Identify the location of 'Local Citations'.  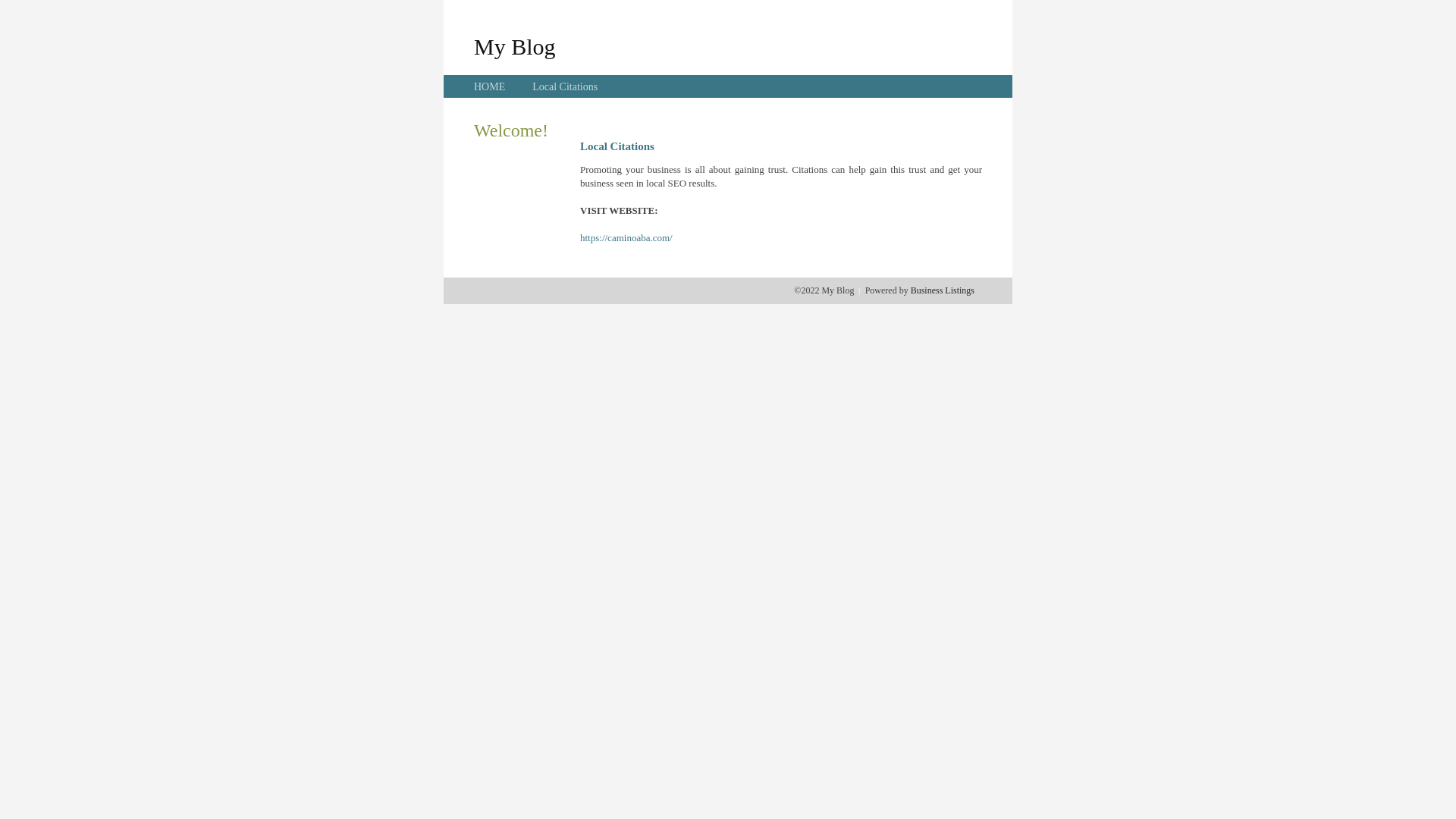
(563, 86).